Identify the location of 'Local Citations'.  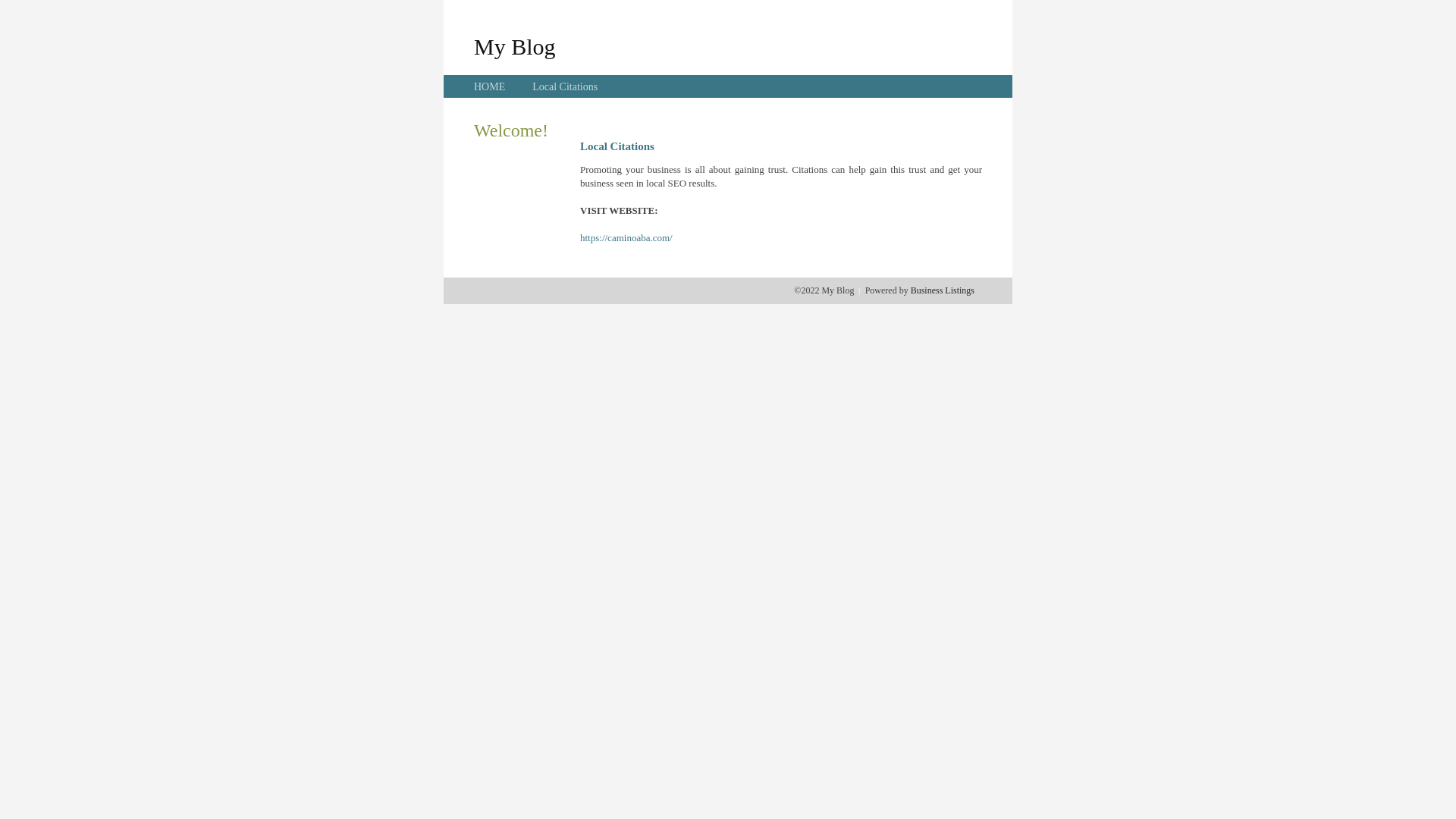
(563, 86).